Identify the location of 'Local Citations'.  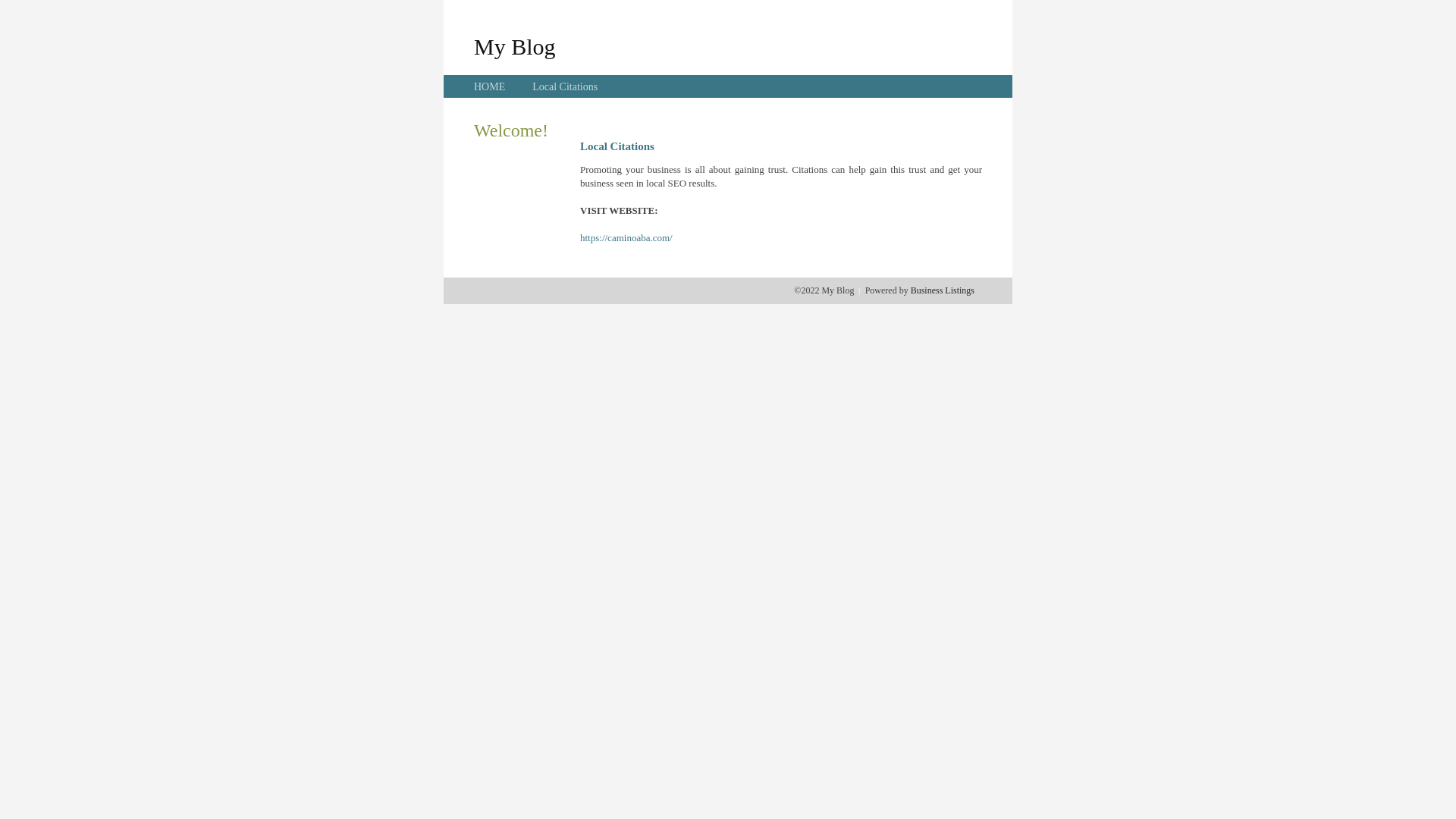
(563, 86).